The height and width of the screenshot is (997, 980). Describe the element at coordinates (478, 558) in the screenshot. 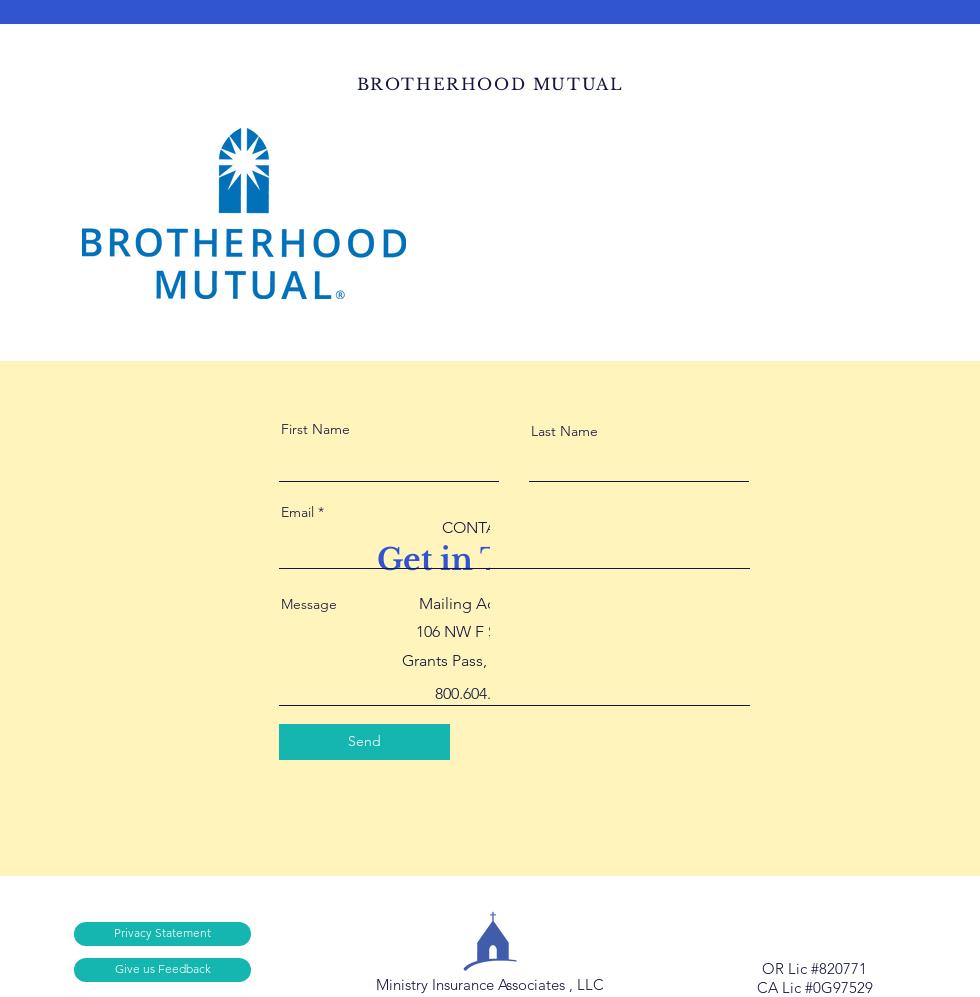

I see `'Get in Touch'` at that location.